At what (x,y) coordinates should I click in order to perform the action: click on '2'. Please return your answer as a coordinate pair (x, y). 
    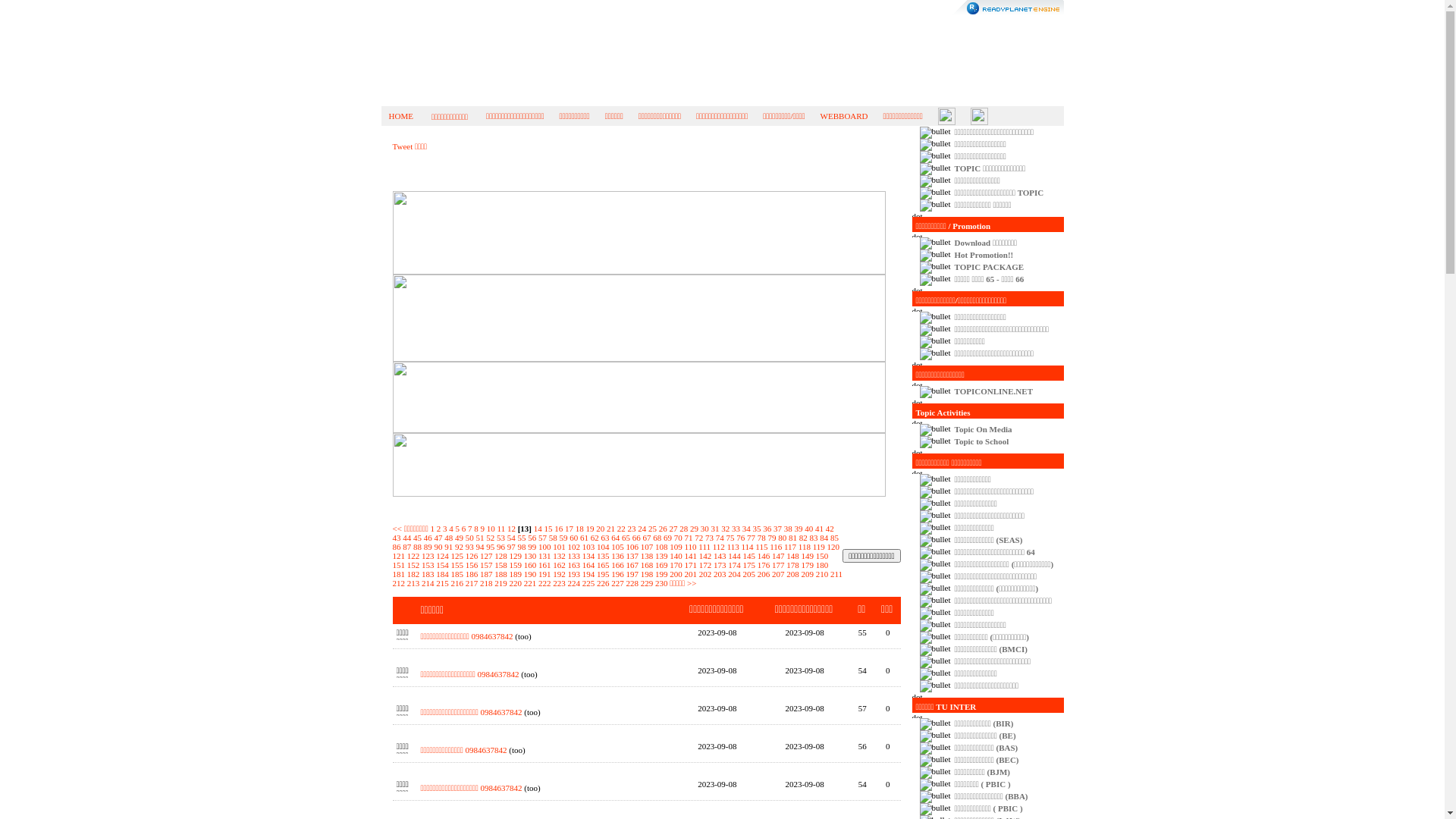
    Looking at the image, I should click on (438, 528).